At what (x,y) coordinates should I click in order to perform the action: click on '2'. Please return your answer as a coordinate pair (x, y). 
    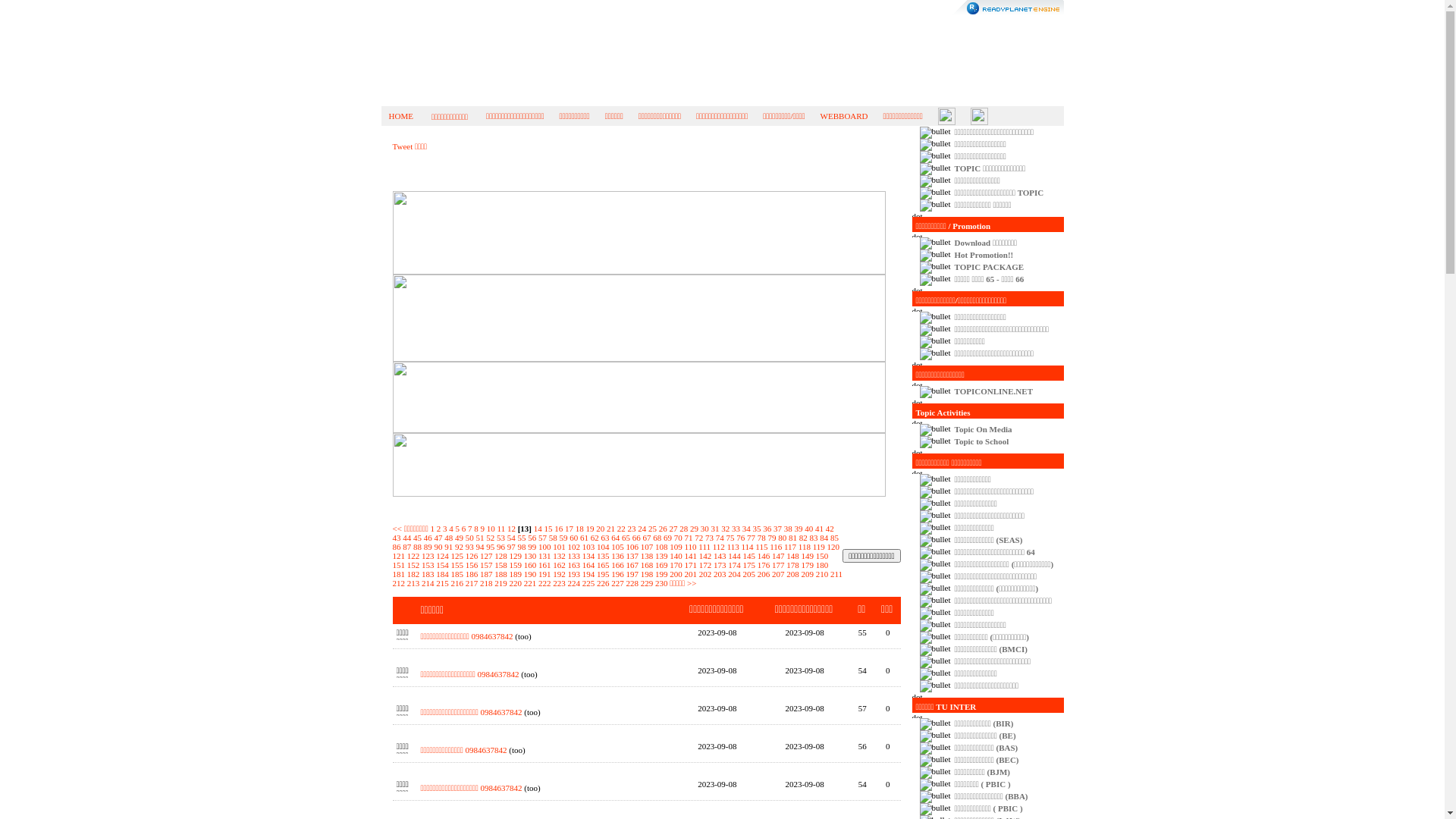
    Looking at the image, I should click on (438, 528).